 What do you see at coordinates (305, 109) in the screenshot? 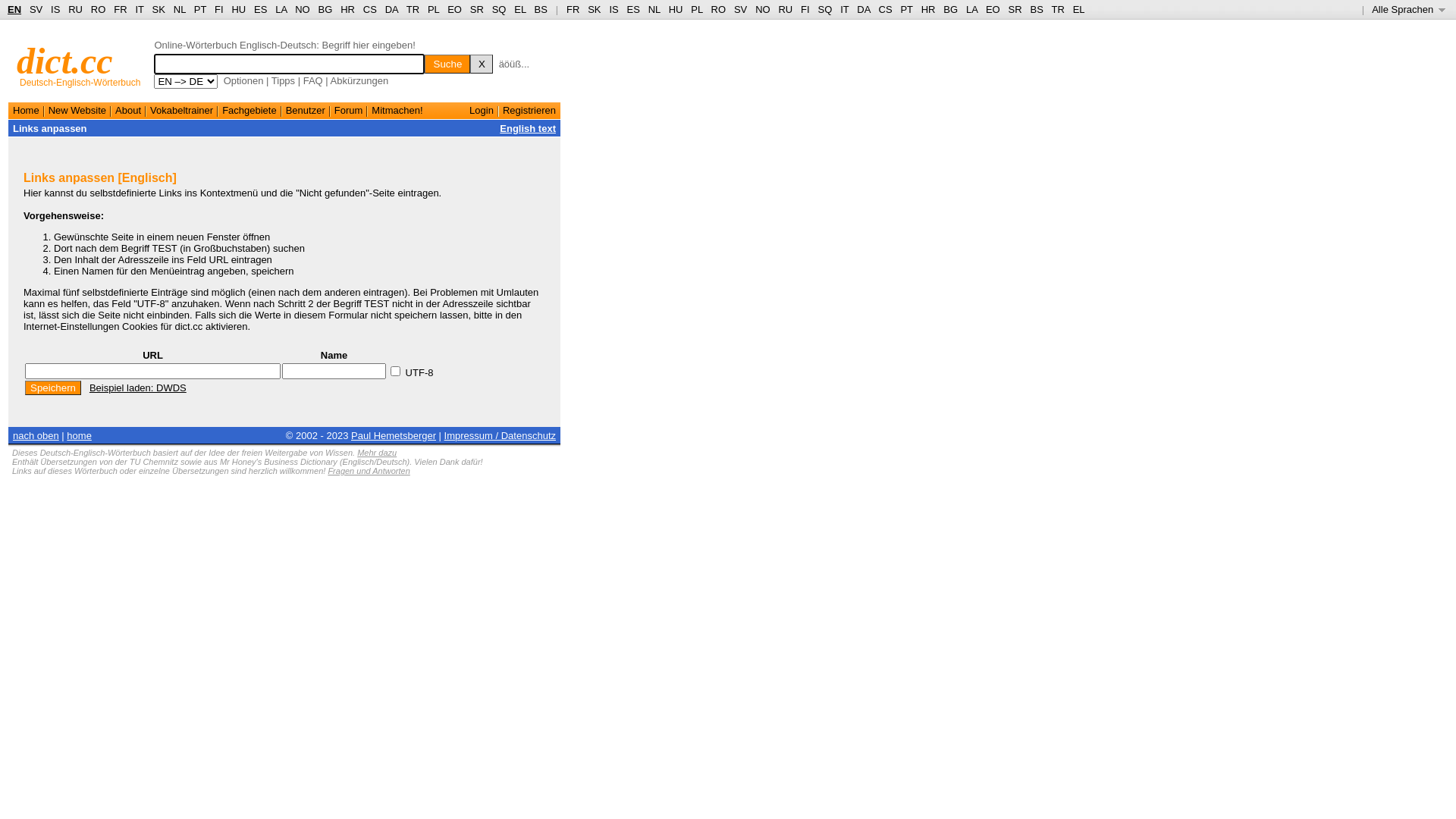
I see `'Benutzer'` at bounding box center [305, 109].